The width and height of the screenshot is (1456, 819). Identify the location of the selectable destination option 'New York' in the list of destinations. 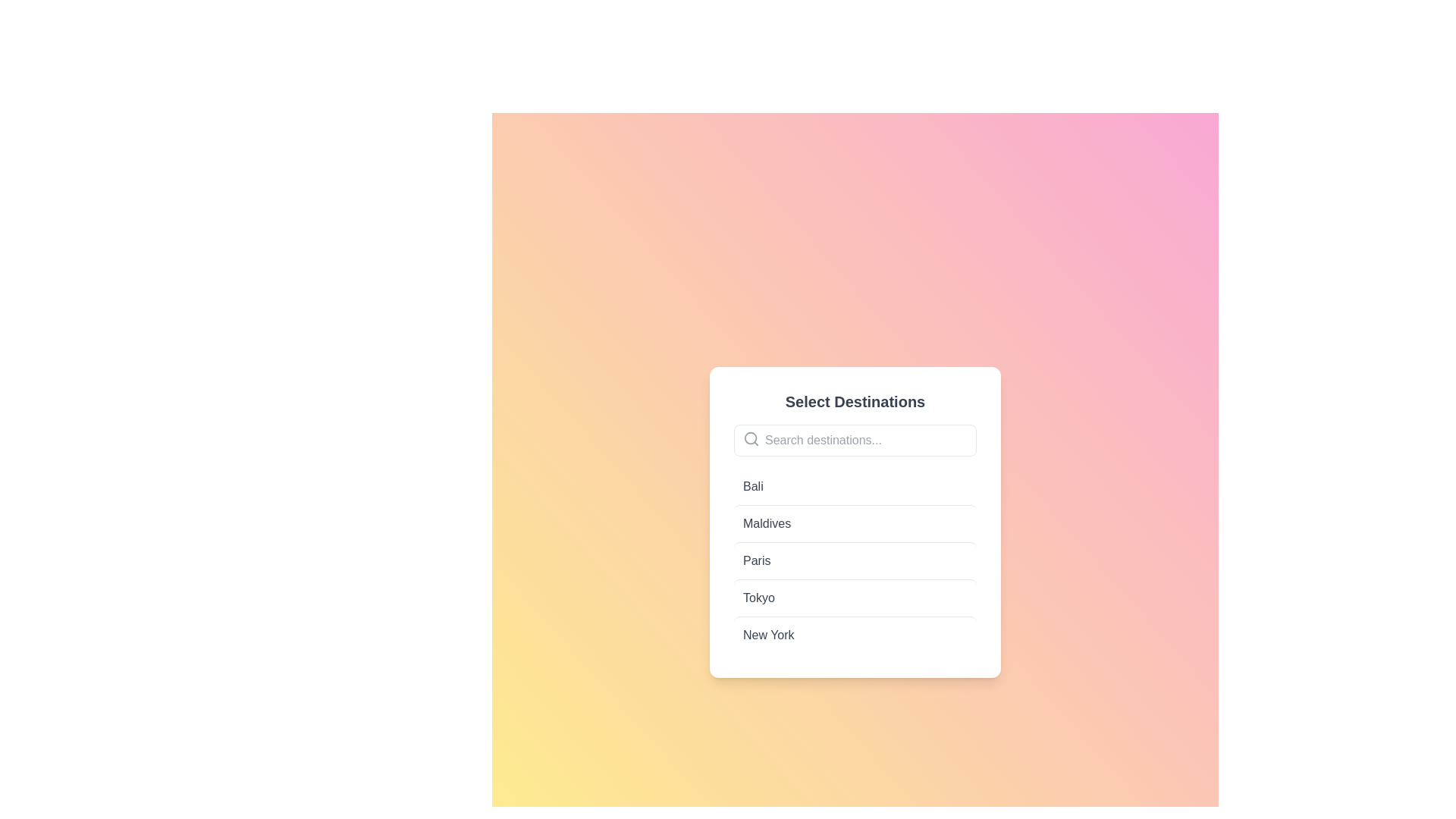
(855, 635).